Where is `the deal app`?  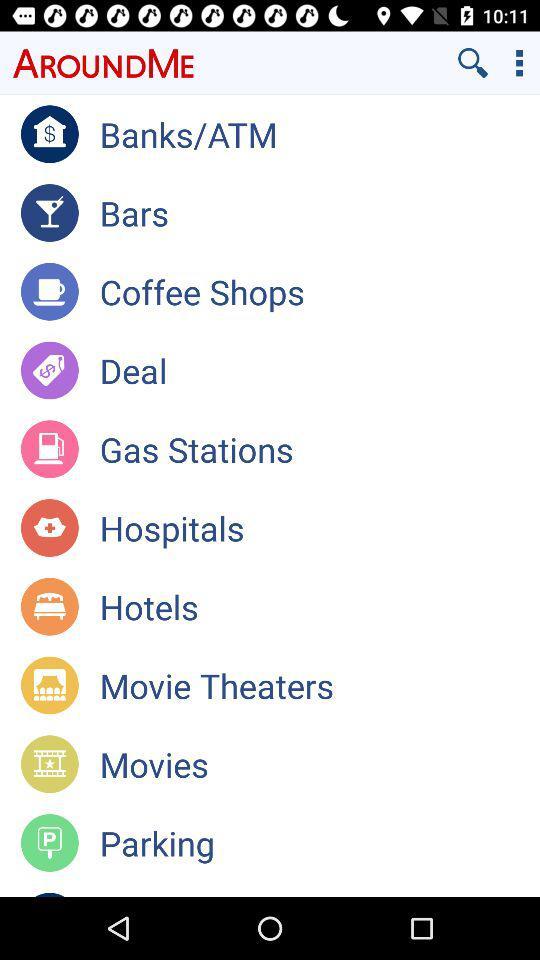 the deal app is located at coordinates (319, 369).